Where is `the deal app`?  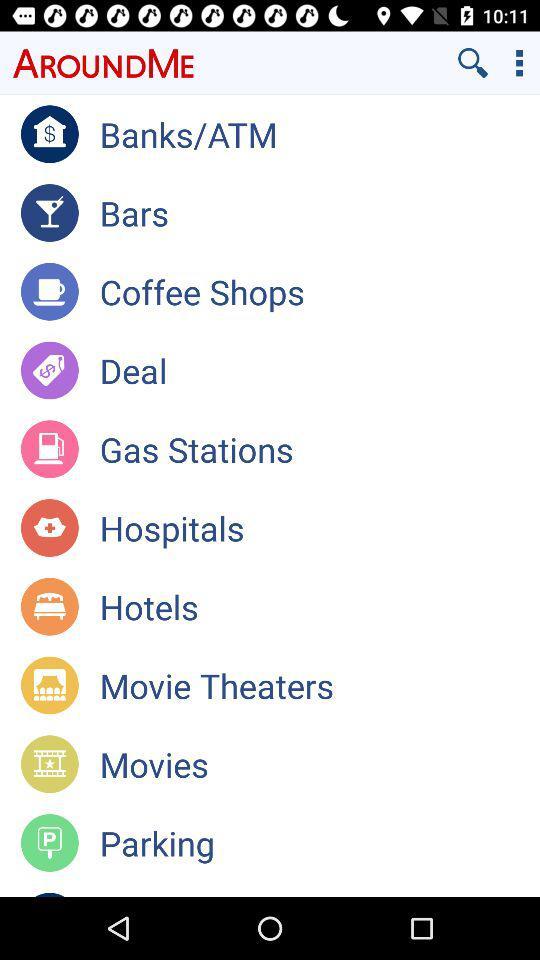 the deal app is located at coordinates (319, 369).